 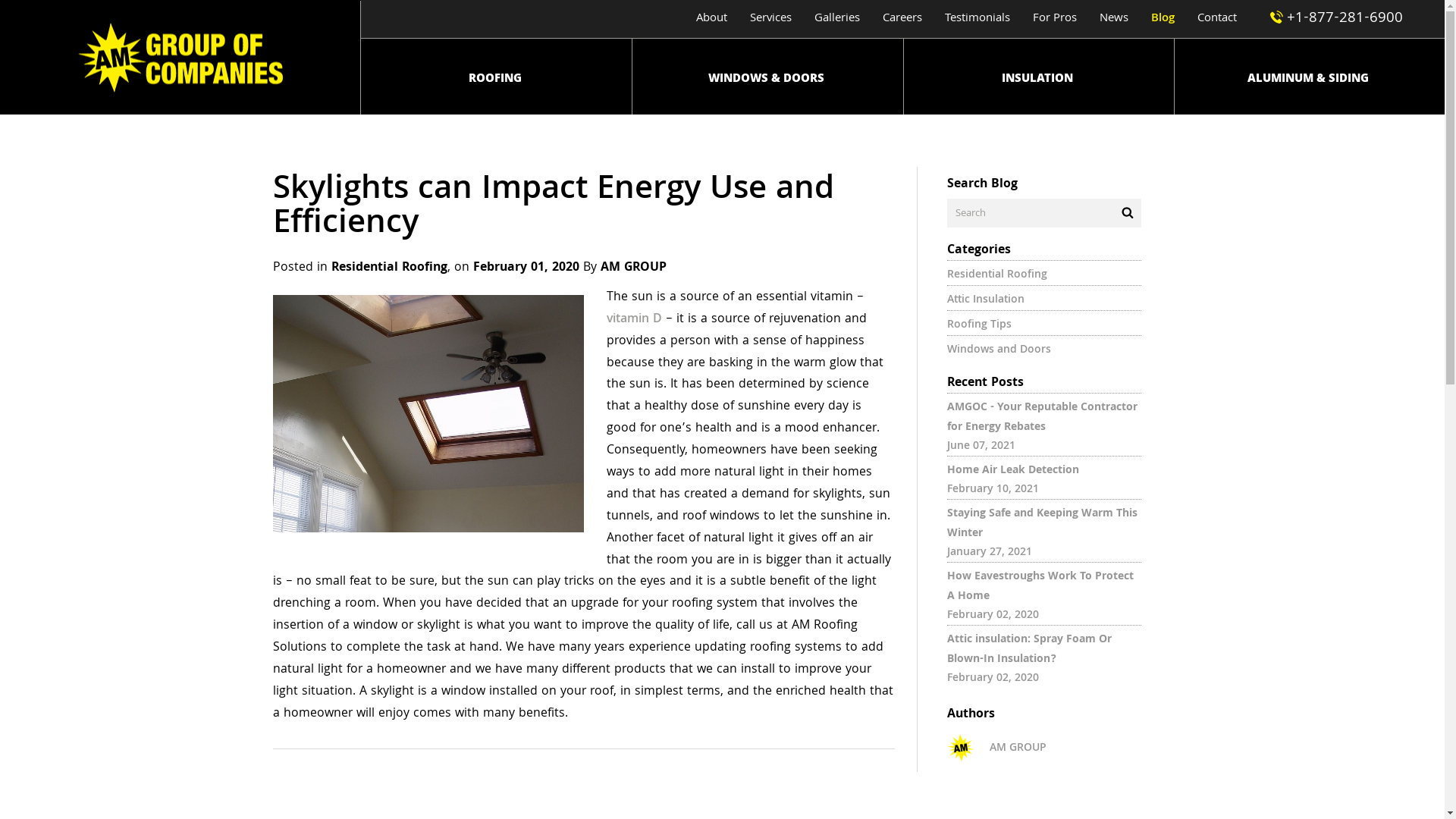 What do you see at coordinates (1054, 18) in the screenshot?
I see `'For Pros'` at bounding box center [1054, 18].